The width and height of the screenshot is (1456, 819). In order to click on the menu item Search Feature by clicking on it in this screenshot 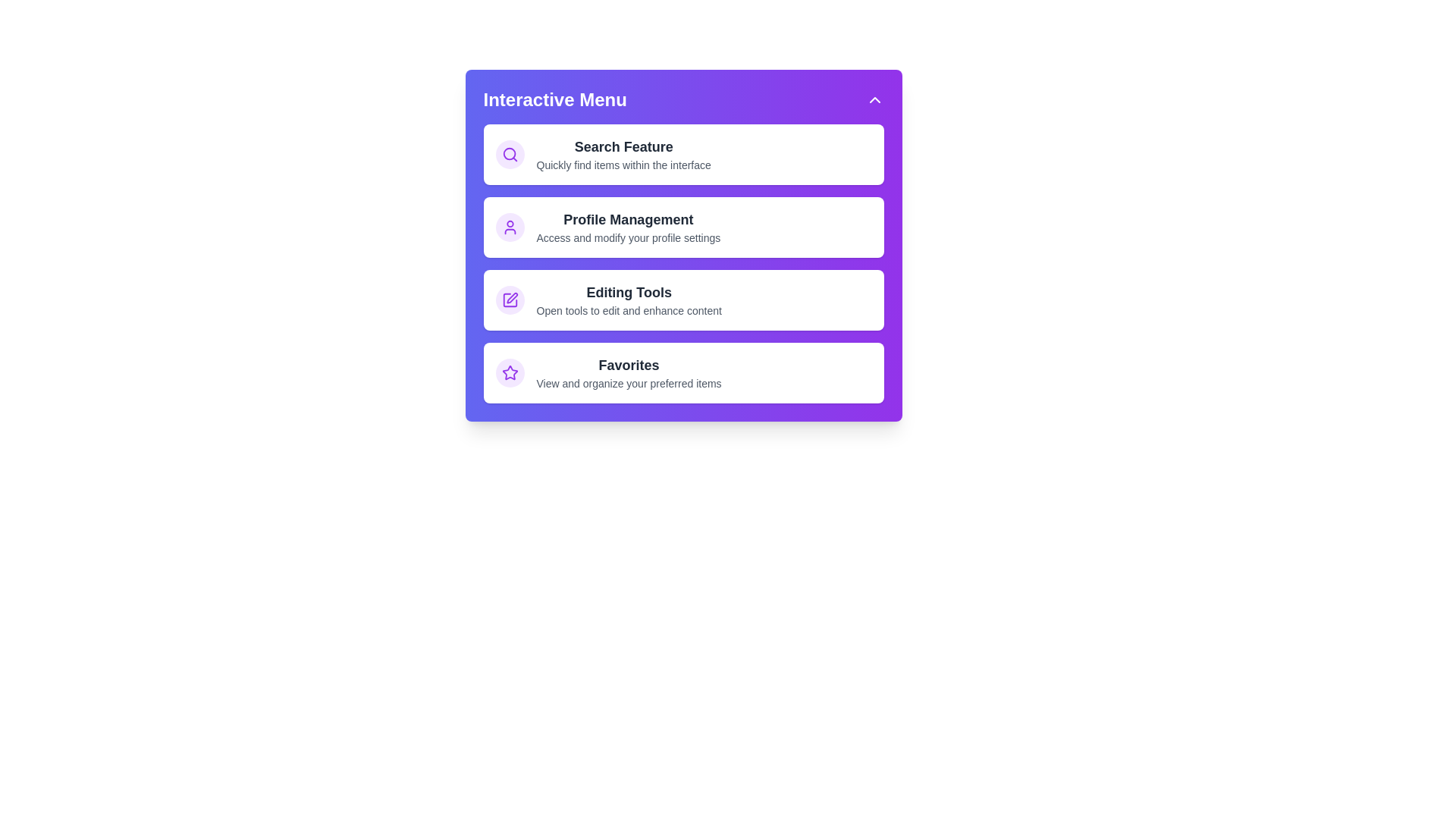, I will do `click(682, 155)`.